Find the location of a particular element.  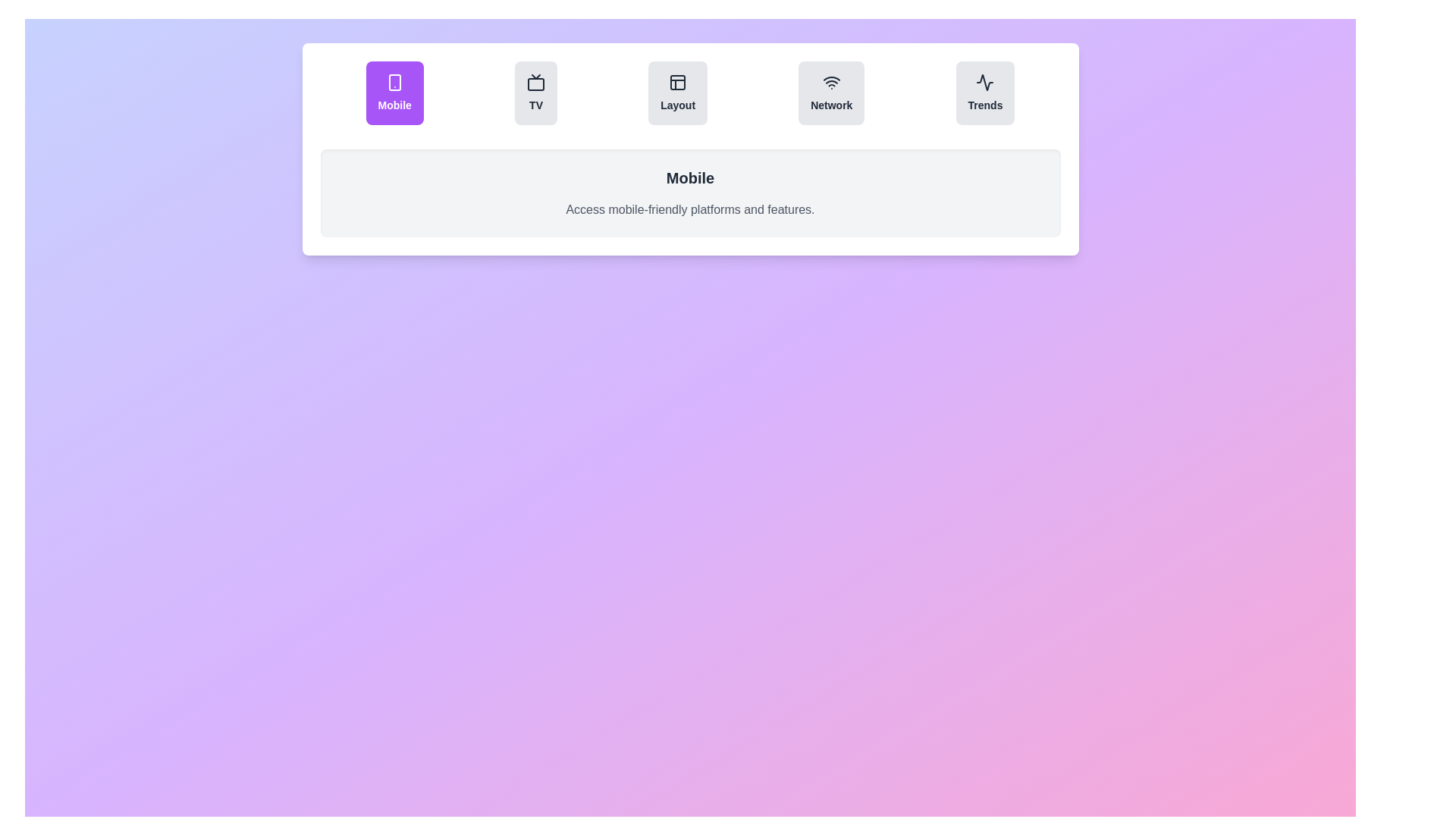

the 'Trends' button, which is the fifth button in a horizontal row with a light gray background and dark gray text is located at coordinates (985, 93).